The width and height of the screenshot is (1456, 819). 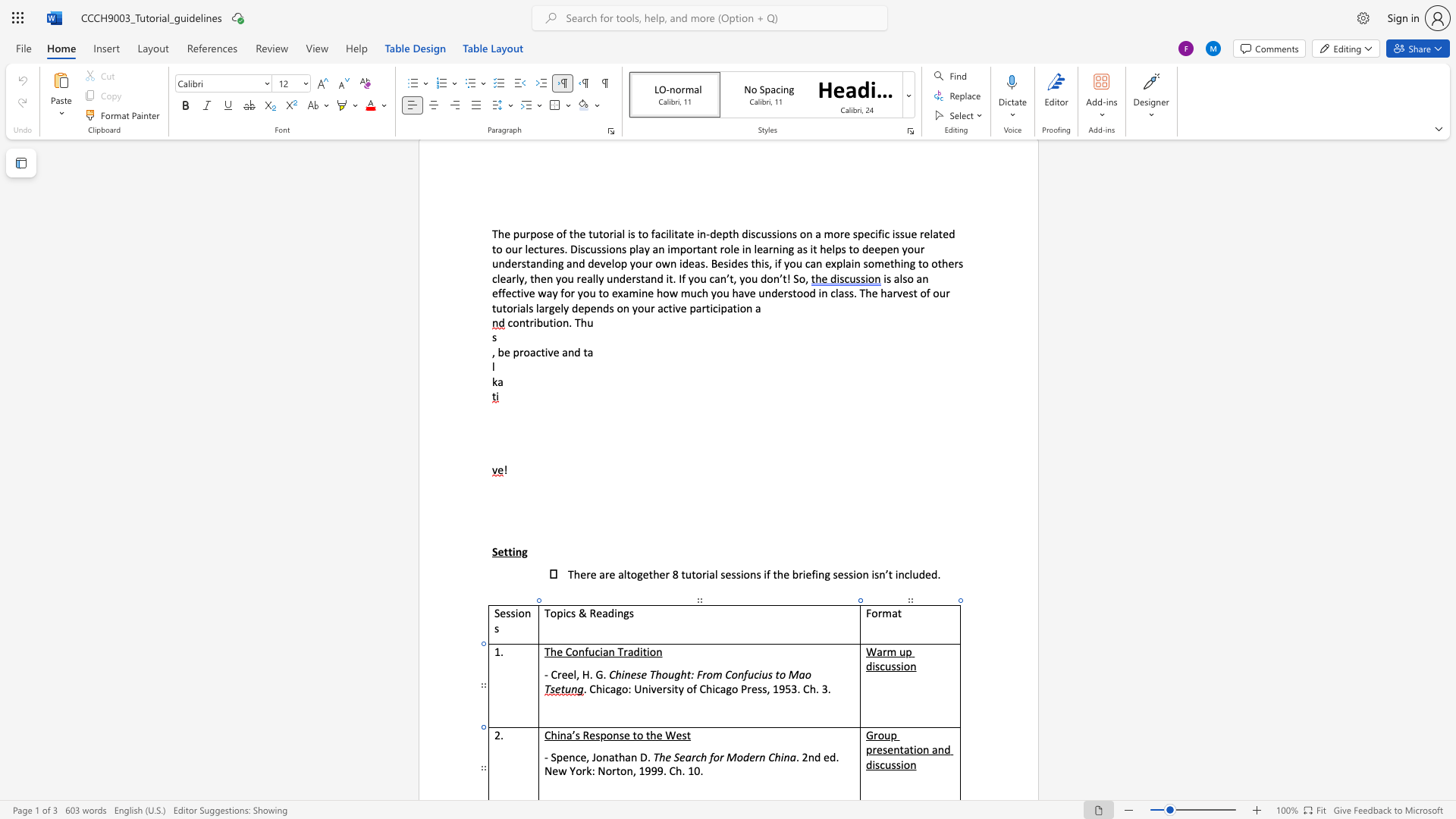 I want to click on the 3th character "s" in the text, so click(x=893, y=764).